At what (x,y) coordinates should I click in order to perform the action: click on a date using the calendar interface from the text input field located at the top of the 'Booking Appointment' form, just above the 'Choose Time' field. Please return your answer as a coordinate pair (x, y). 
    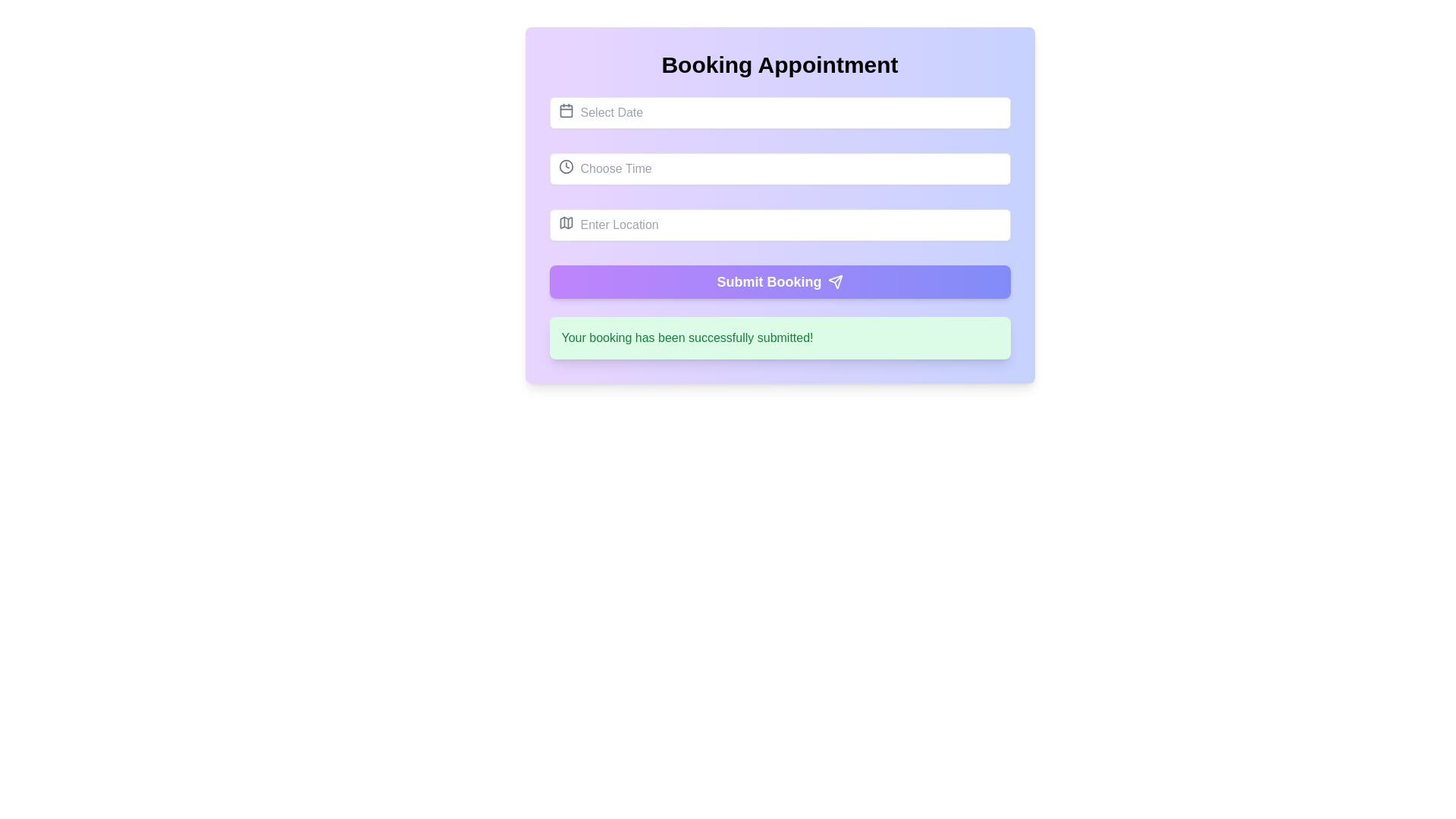
    Looking at the image, I should click on (780, 112).